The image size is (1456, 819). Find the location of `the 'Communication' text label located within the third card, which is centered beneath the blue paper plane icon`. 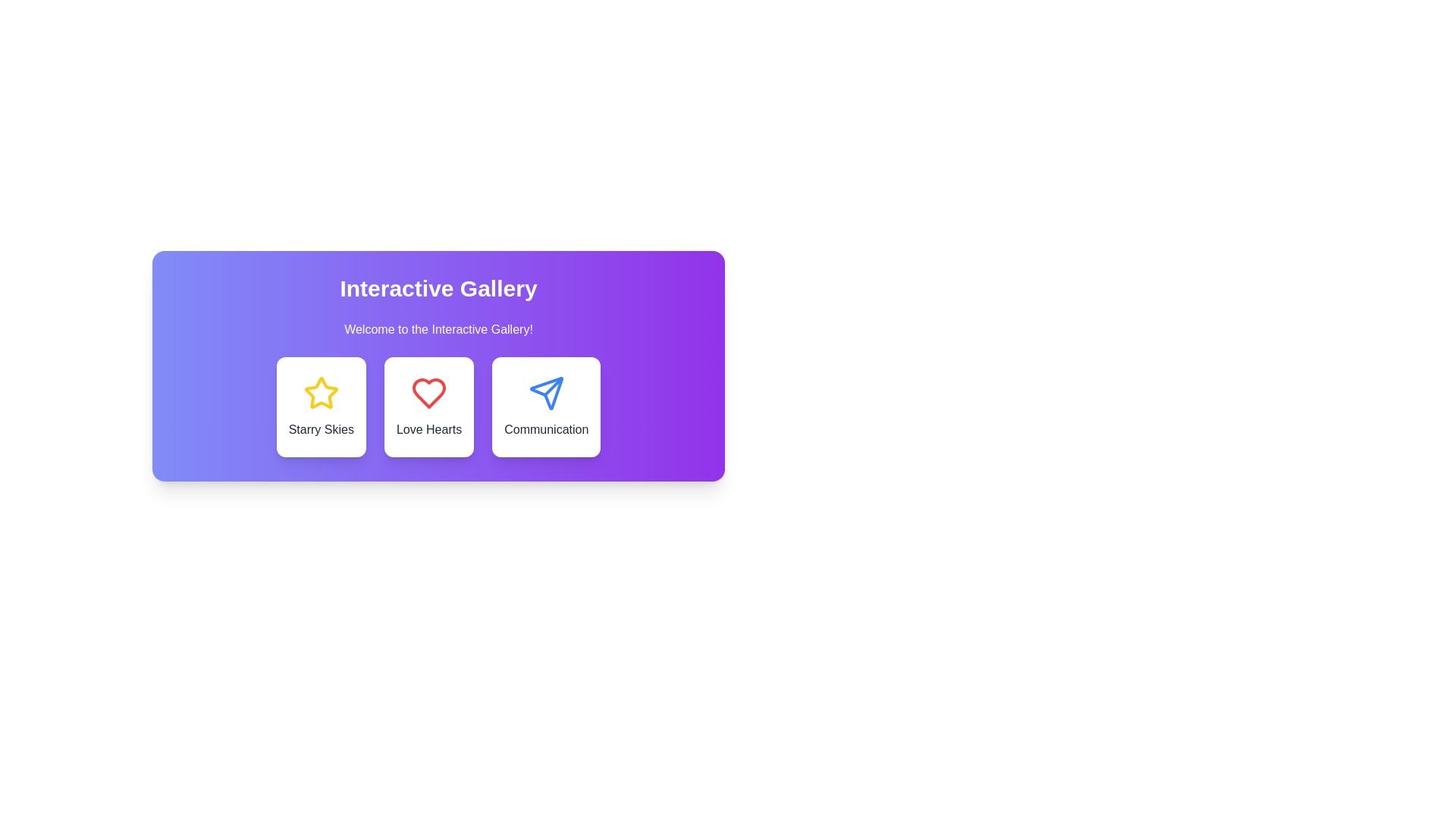

the 'Communication' text label located within the third card, which is centered beneath the blue paper plane icon is located at coordinates (546, 430).